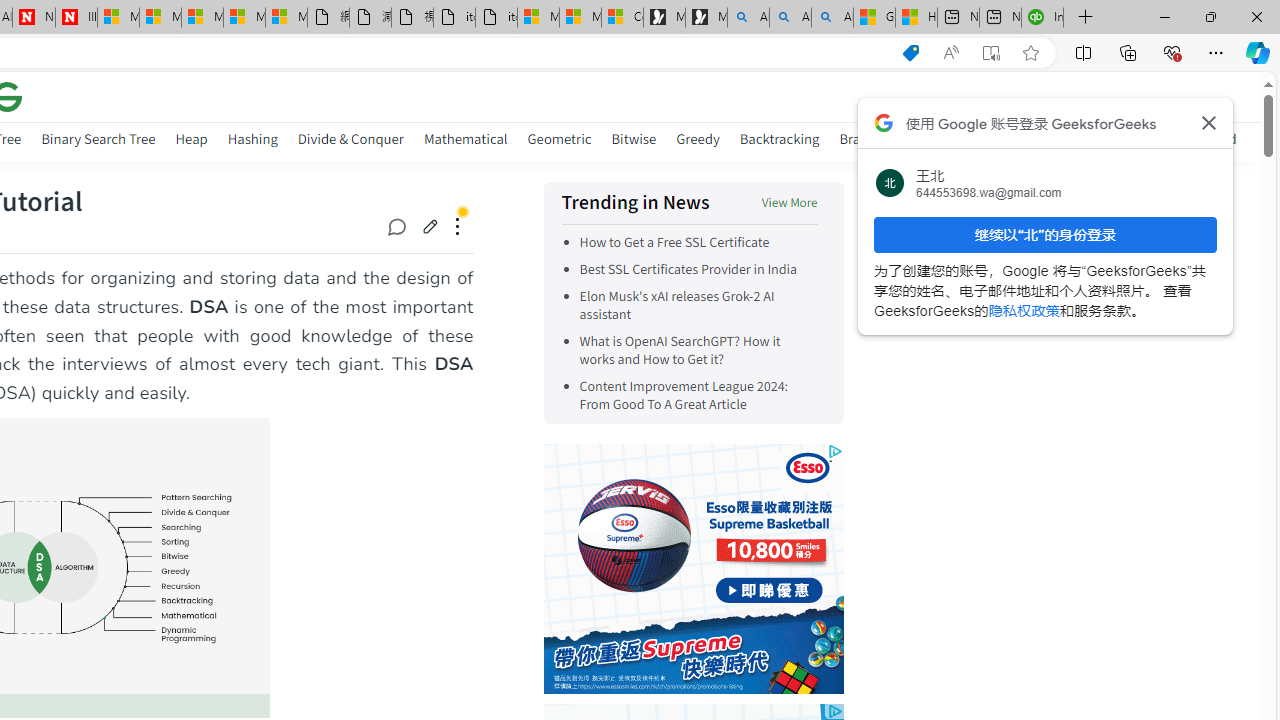 The height and width of the screenshot is (720, 1280). What do you see at coordinates (747, 17) in the screenshot?
I see `'Alabama high school quarterback dies - Search'` at bounding box center [747, 17].